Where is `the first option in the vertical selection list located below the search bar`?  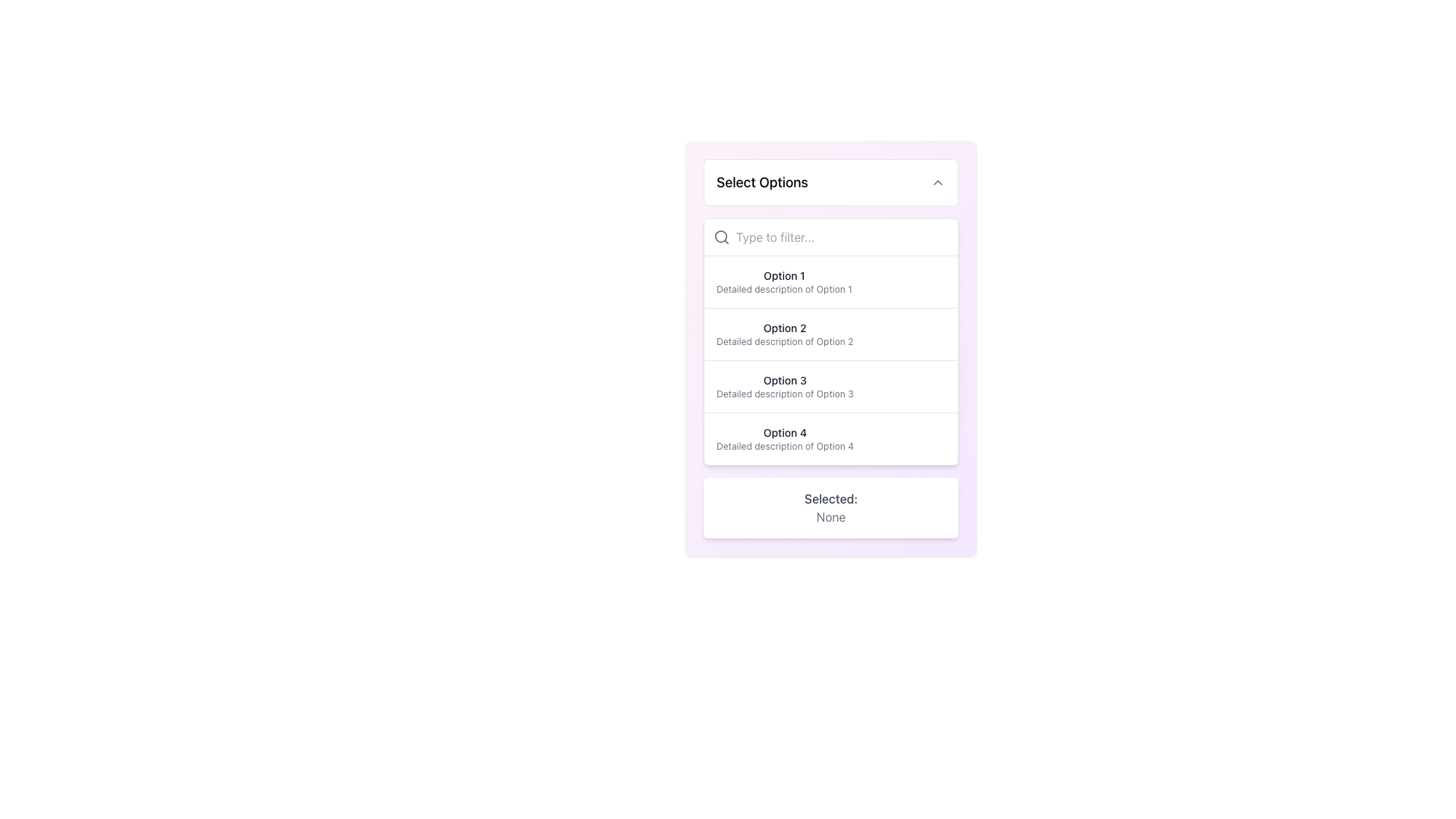 the first option in the vertical selection list located below the search bar is located at coordinates (830, 281).